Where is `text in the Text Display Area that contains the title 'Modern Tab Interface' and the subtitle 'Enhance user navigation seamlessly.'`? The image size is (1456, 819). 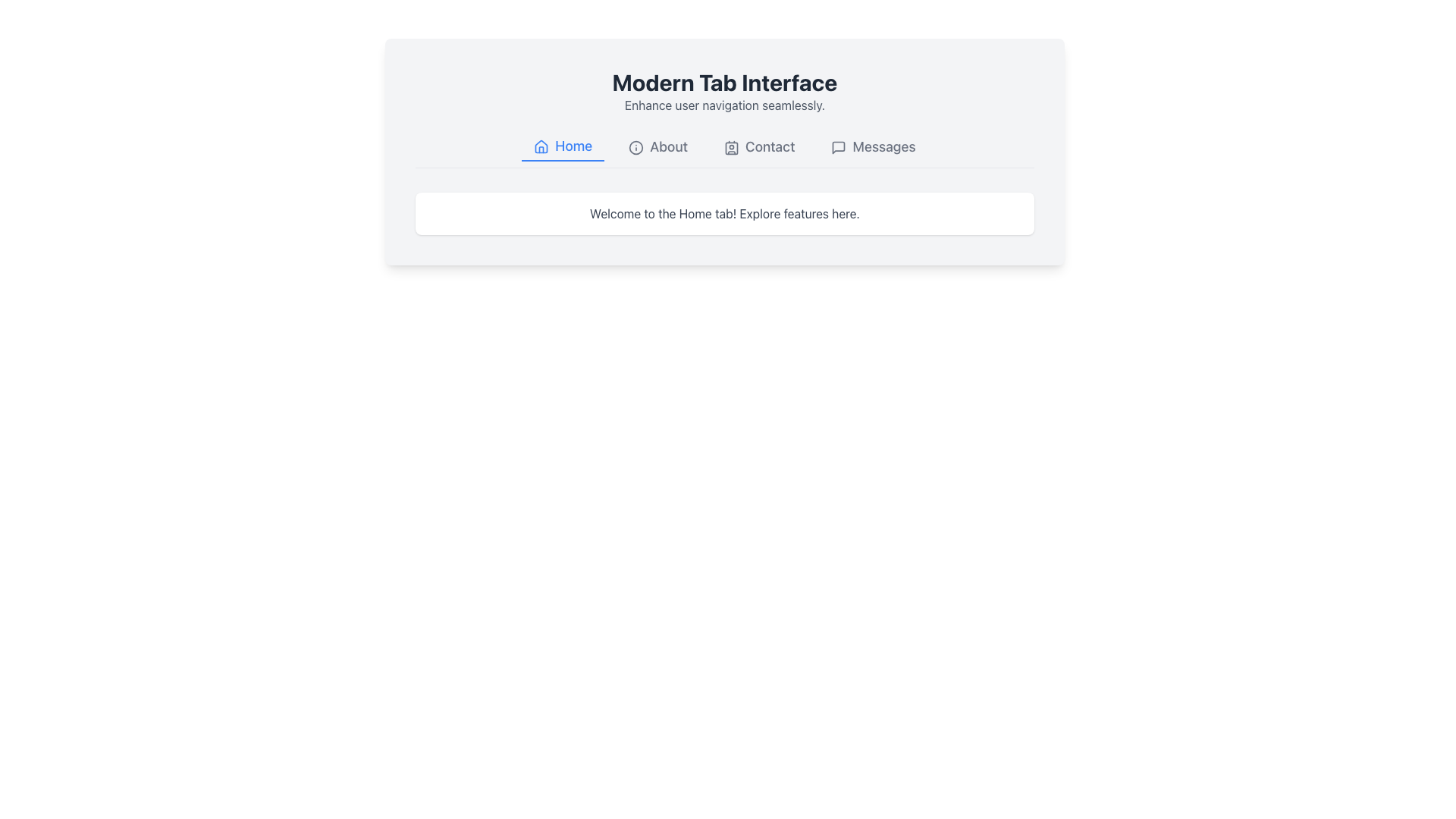
text in the Text Display Area that contains the title 'Modern Tab Interface' and the subtitle 'Enhance user navigation seamlessly.' is located at coordinates (723, 100).